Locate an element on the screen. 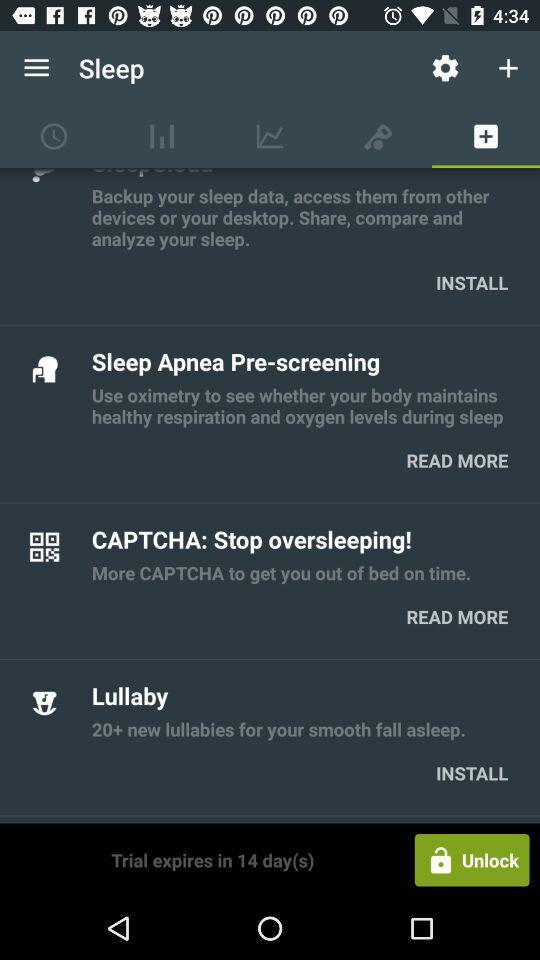  the text install shown in the first field is located at coordinates (472, 281).